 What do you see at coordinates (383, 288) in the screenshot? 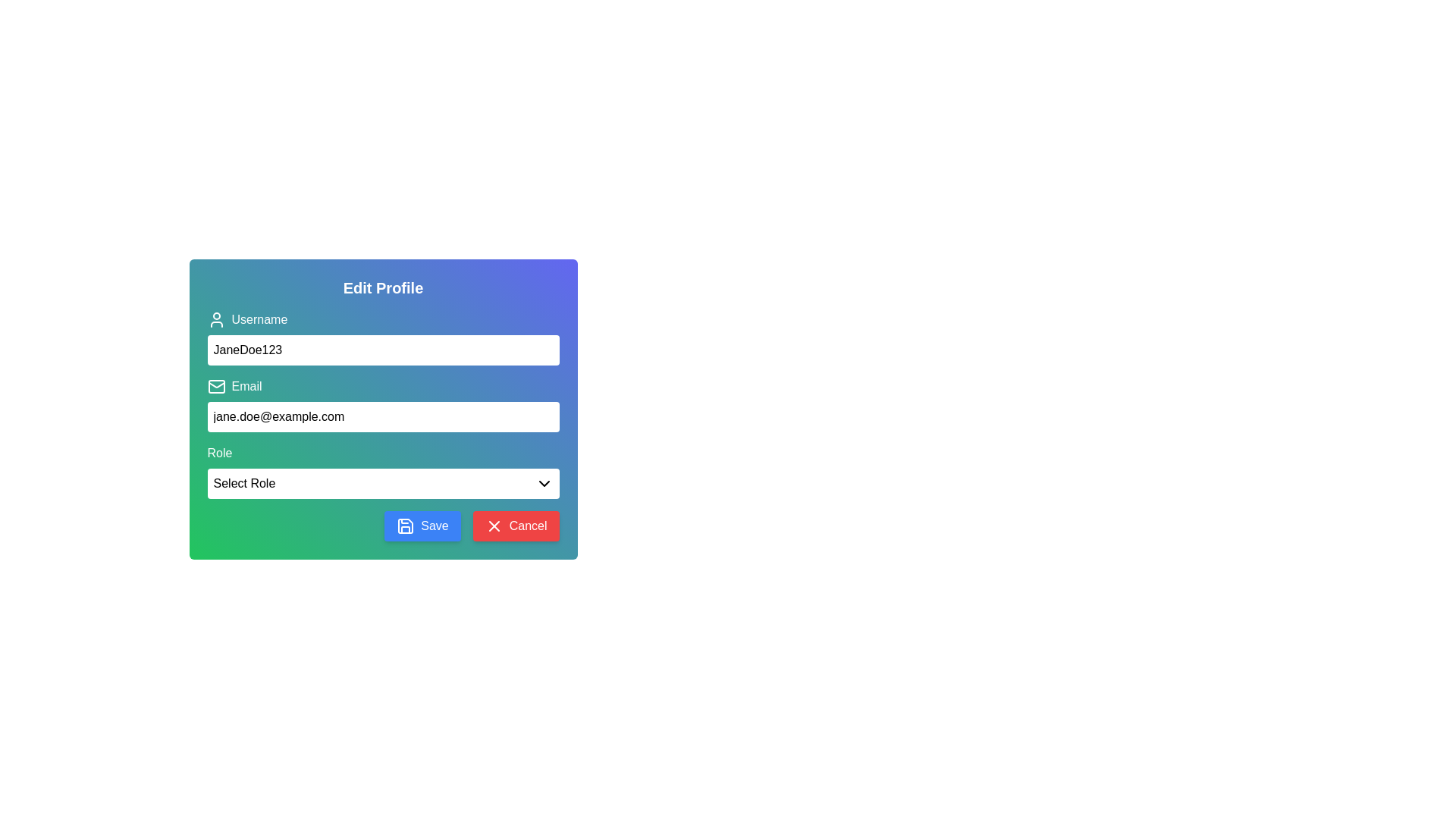
I see `the static text label that serves as a header for the profile editing form, positioned at the very top of the layout` at bounding box center [383, 288].